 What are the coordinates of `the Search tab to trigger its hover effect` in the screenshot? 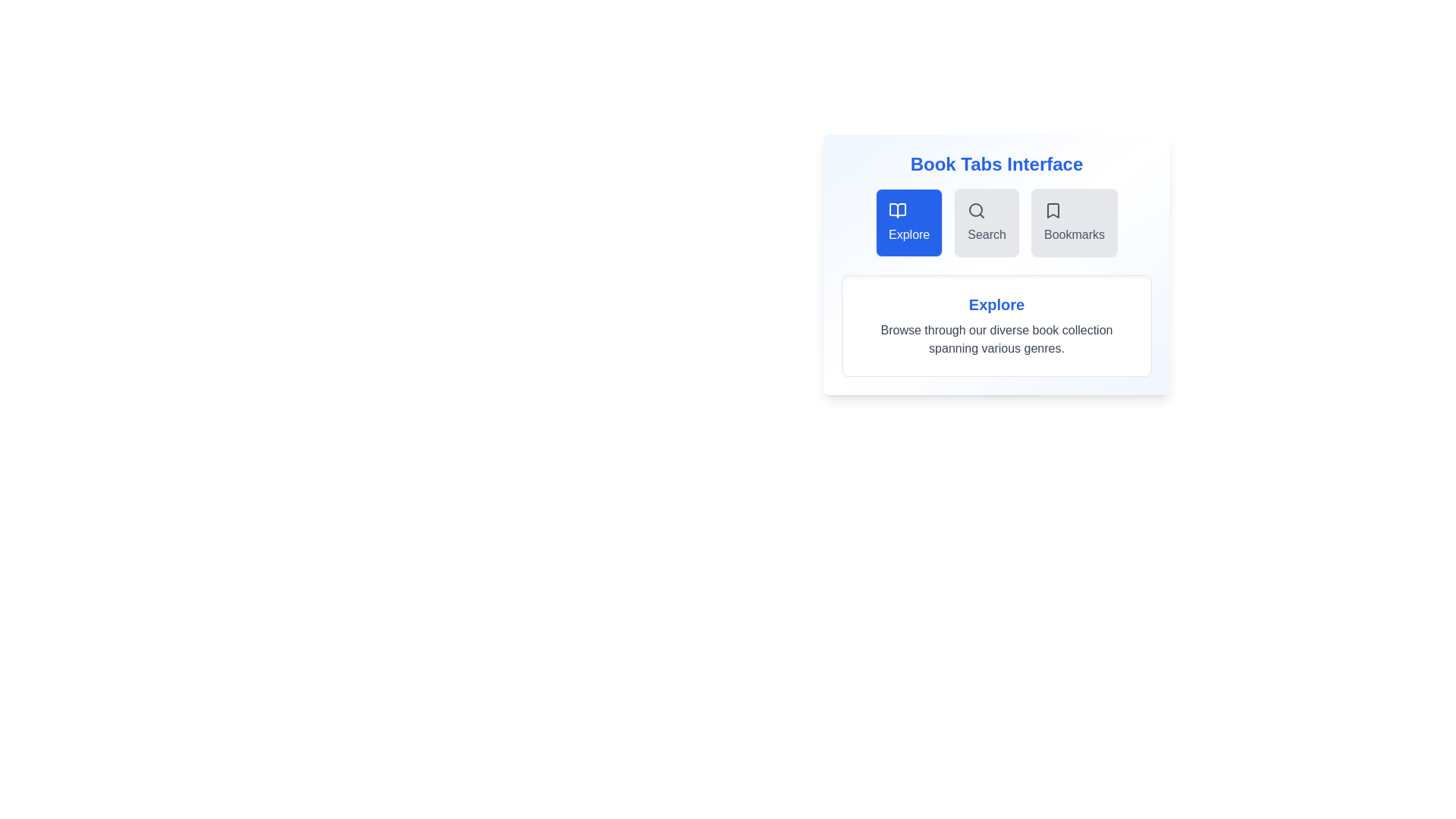 It's located at (987, 222).